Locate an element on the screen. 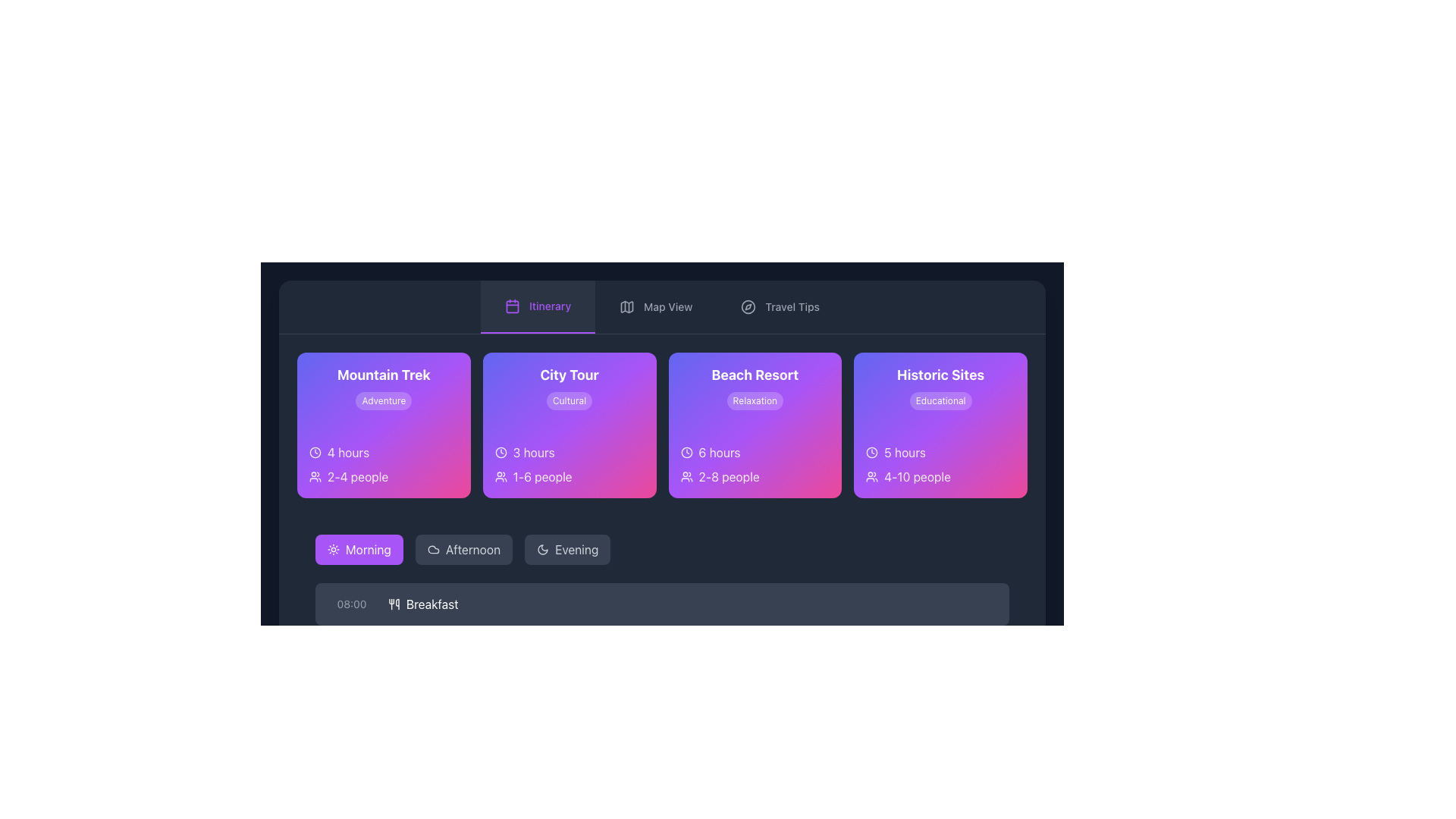 The height and width of the screenshot is (819, 1456). the text '1-6 people' is located at coordinates (542, 475).